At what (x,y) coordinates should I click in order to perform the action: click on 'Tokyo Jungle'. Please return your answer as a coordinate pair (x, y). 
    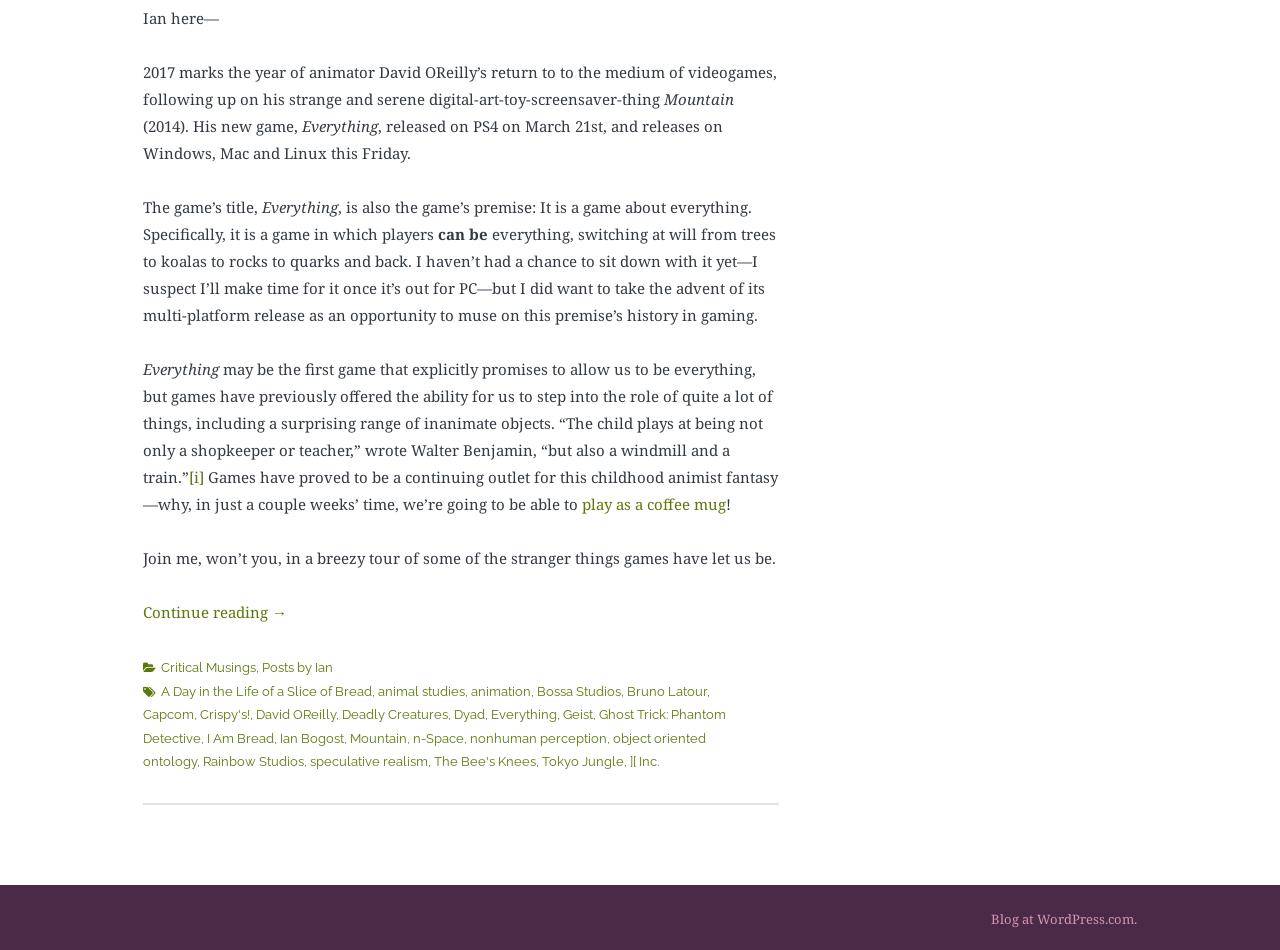
    Looking at the image, I should click on (582, 760).